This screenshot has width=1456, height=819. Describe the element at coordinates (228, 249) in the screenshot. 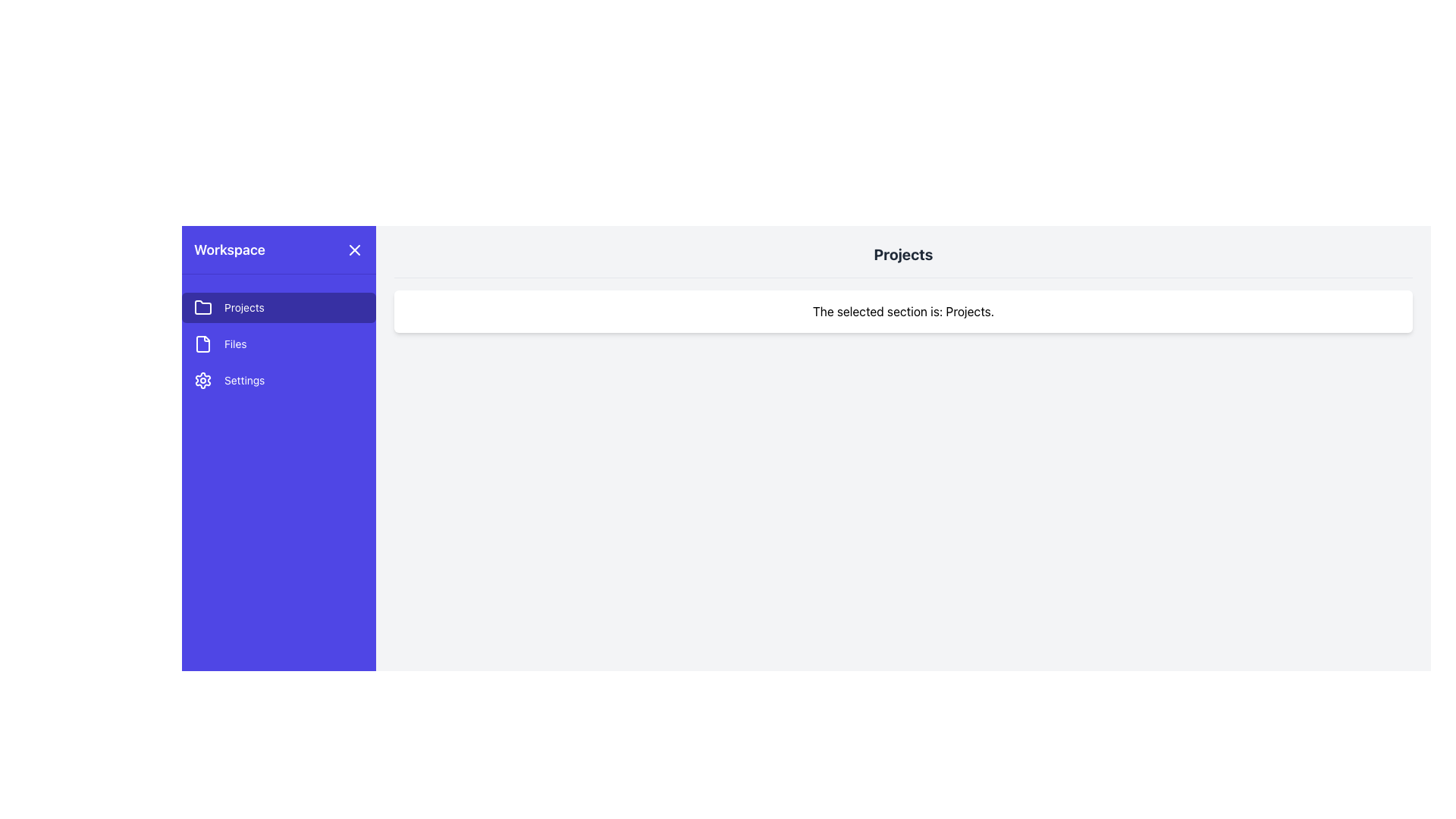

I see `text from the static title label located at the top center of the sidebar's header area, above the close button icon` at that location.